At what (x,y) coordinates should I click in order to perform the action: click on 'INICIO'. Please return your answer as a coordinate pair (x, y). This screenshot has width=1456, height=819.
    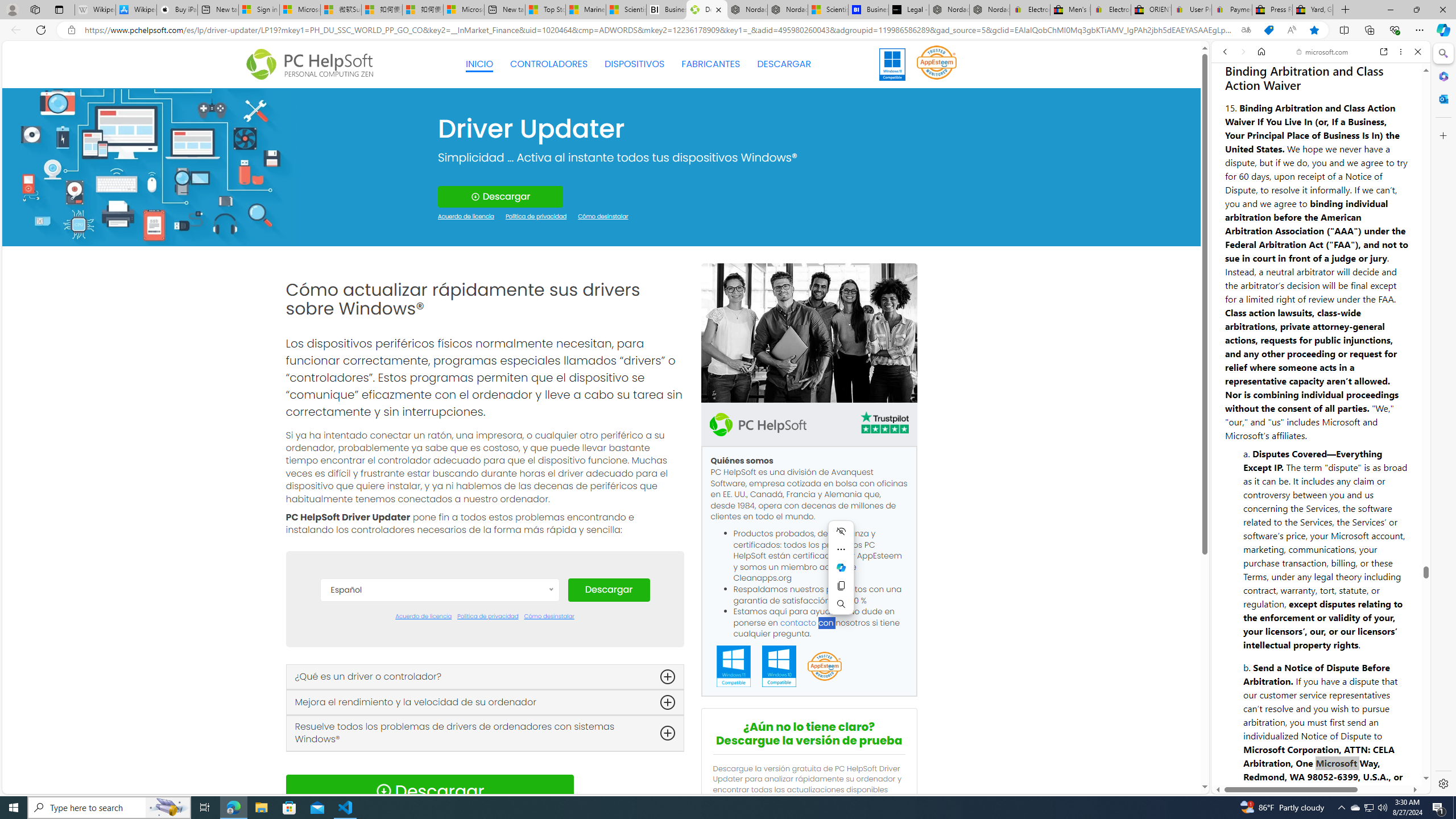
    Looking at the image, I should click on (479, 64).